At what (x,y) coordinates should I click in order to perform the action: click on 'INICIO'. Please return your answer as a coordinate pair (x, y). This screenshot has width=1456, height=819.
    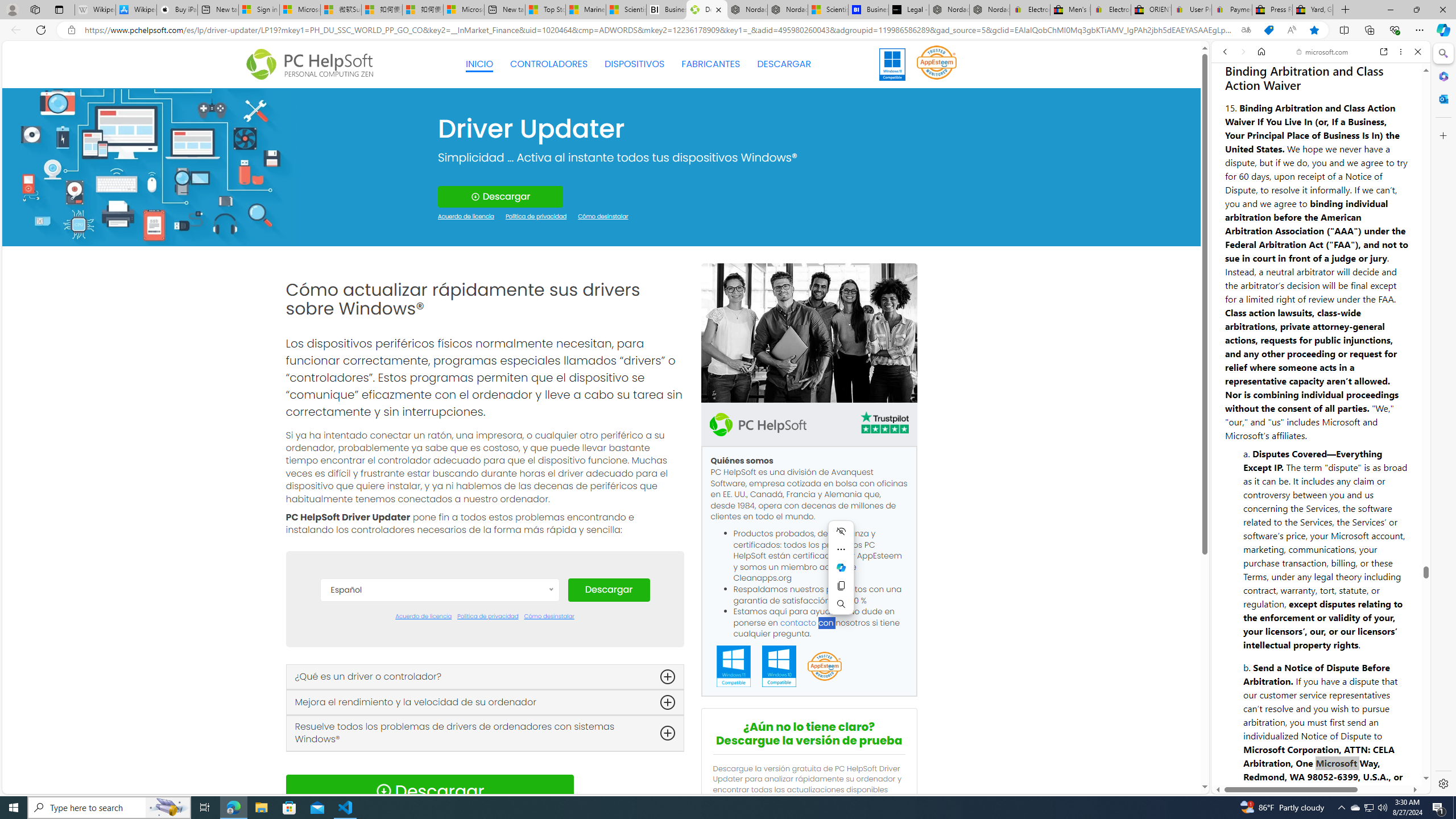
    Looking at the image, I should click on (479, 64).